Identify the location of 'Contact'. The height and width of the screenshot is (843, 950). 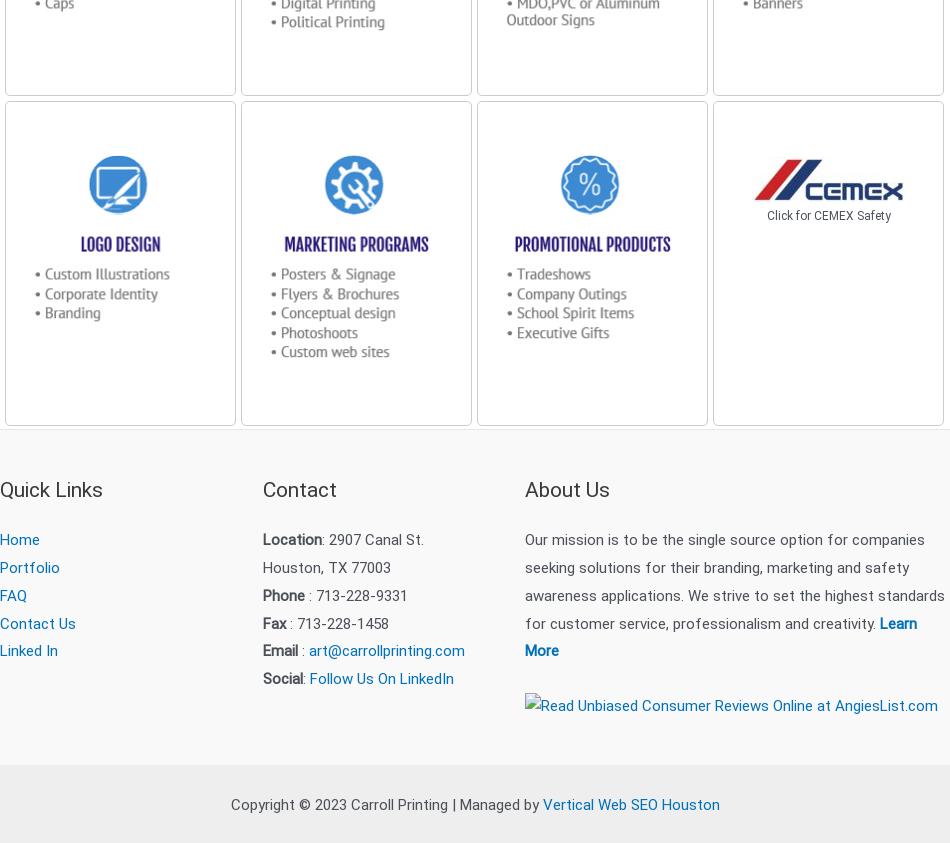
(297, 489).